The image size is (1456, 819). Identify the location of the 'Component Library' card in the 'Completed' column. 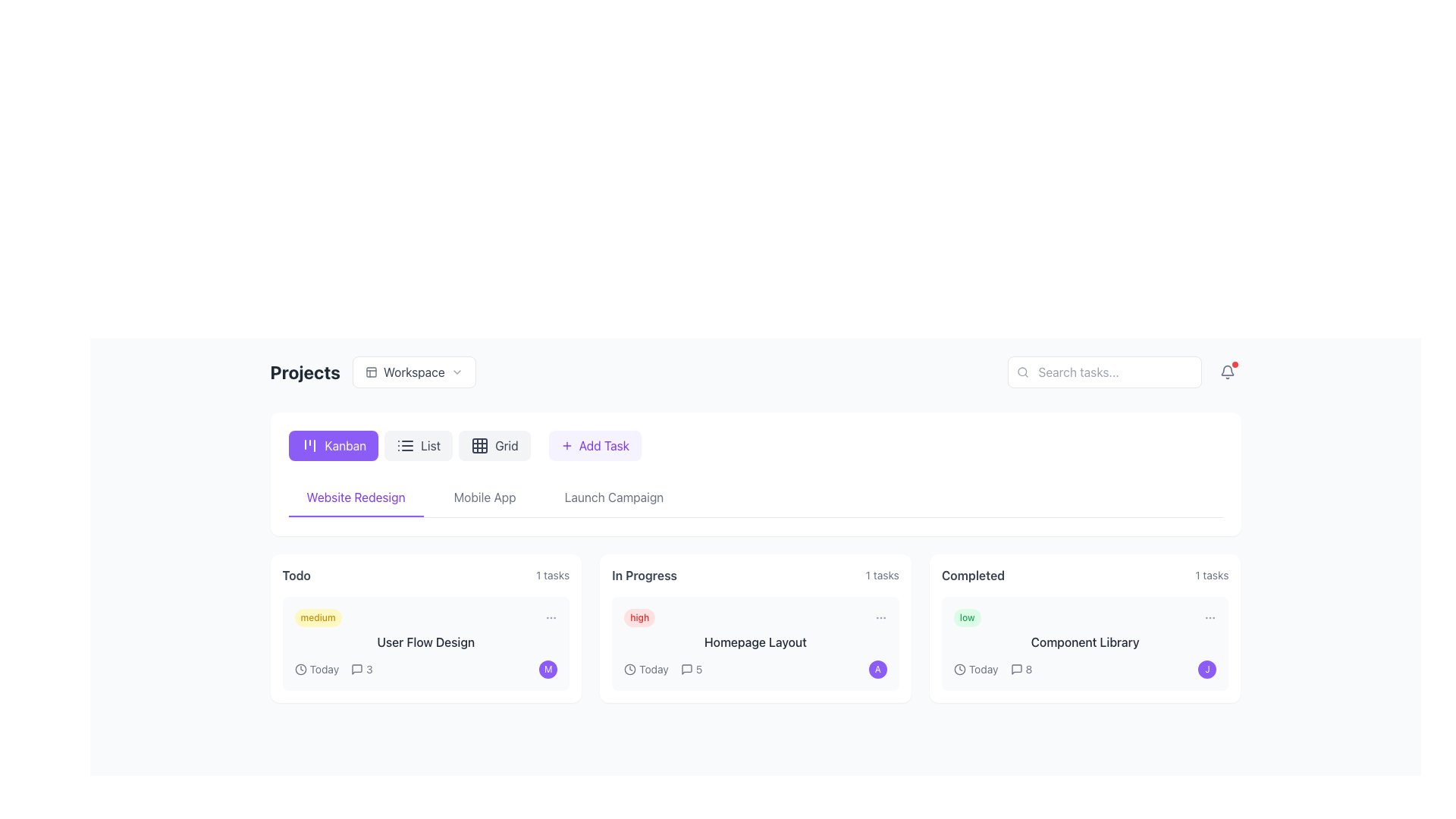
(1084, 643).